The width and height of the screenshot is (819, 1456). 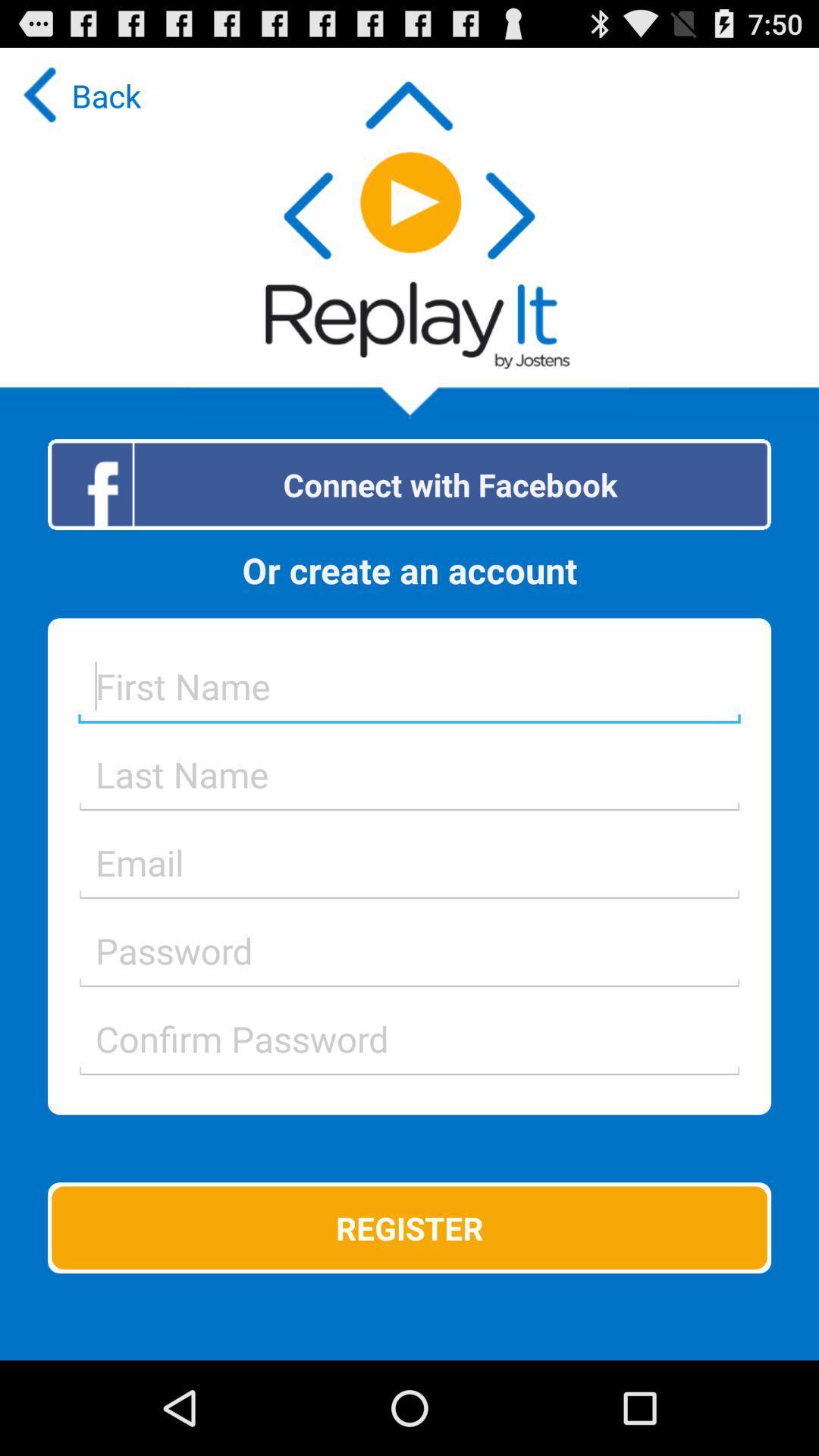 What do you see at coordinates (409, 1037) in the screenshot?
I see `type password again` at bounding box center [409, 1037].